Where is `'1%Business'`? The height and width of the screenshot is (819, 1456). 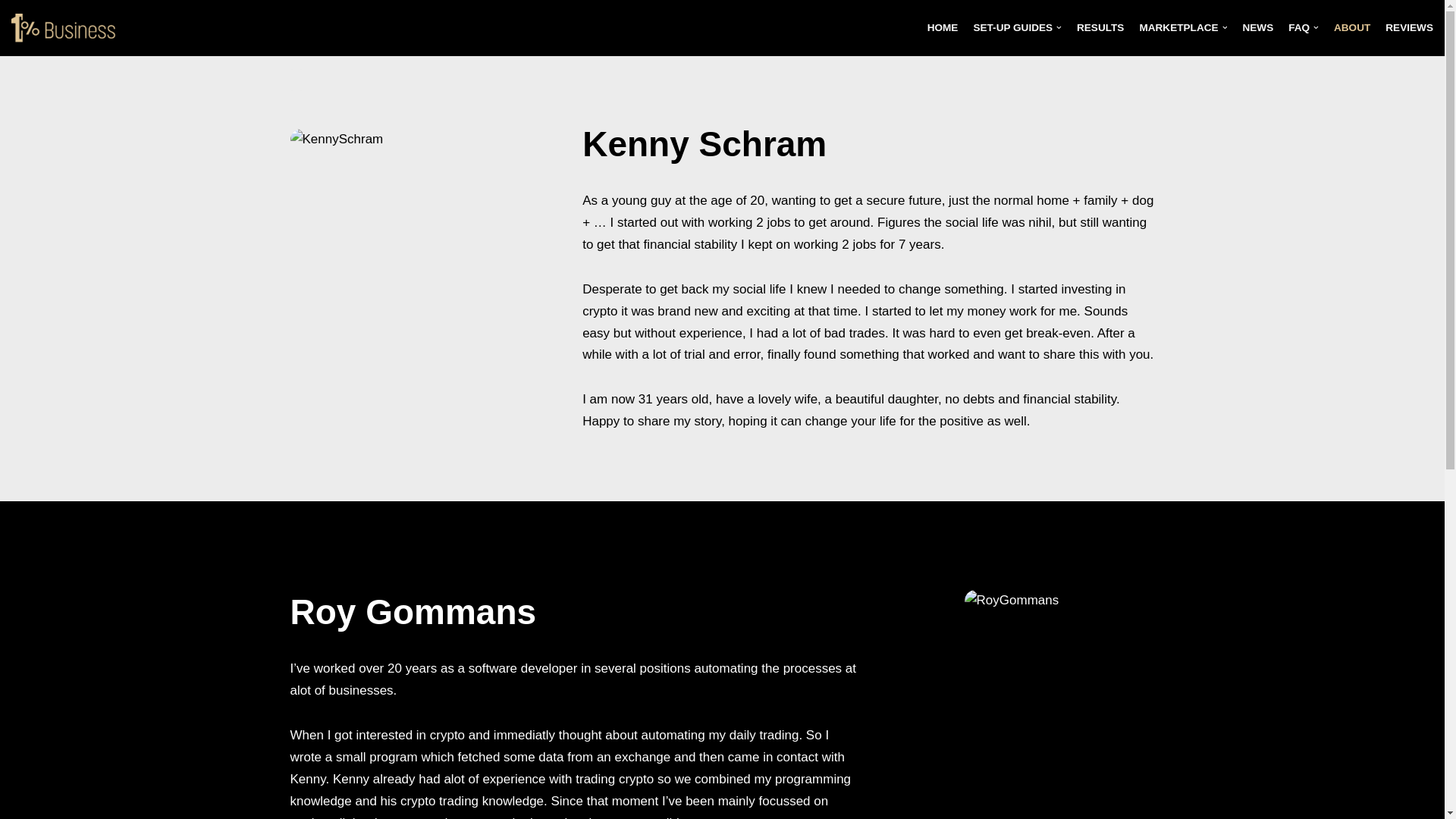
'1%Business' is located at coordinates (67, 28).